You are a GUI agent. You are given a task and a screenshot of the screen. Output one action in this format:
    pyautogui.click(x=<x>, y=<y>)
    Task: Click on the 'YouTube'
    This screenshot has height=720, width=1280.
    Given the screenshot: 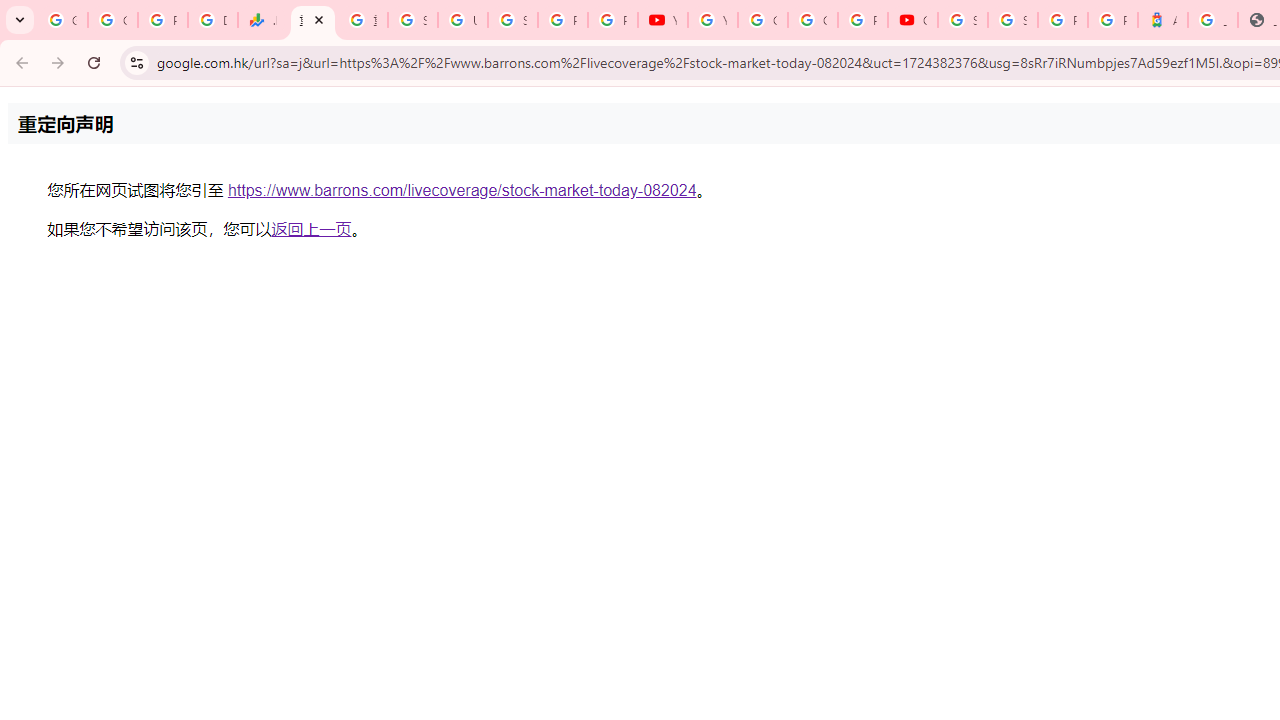 What is the action you would take?
    pyautogui.click(x=663, y=20)
    